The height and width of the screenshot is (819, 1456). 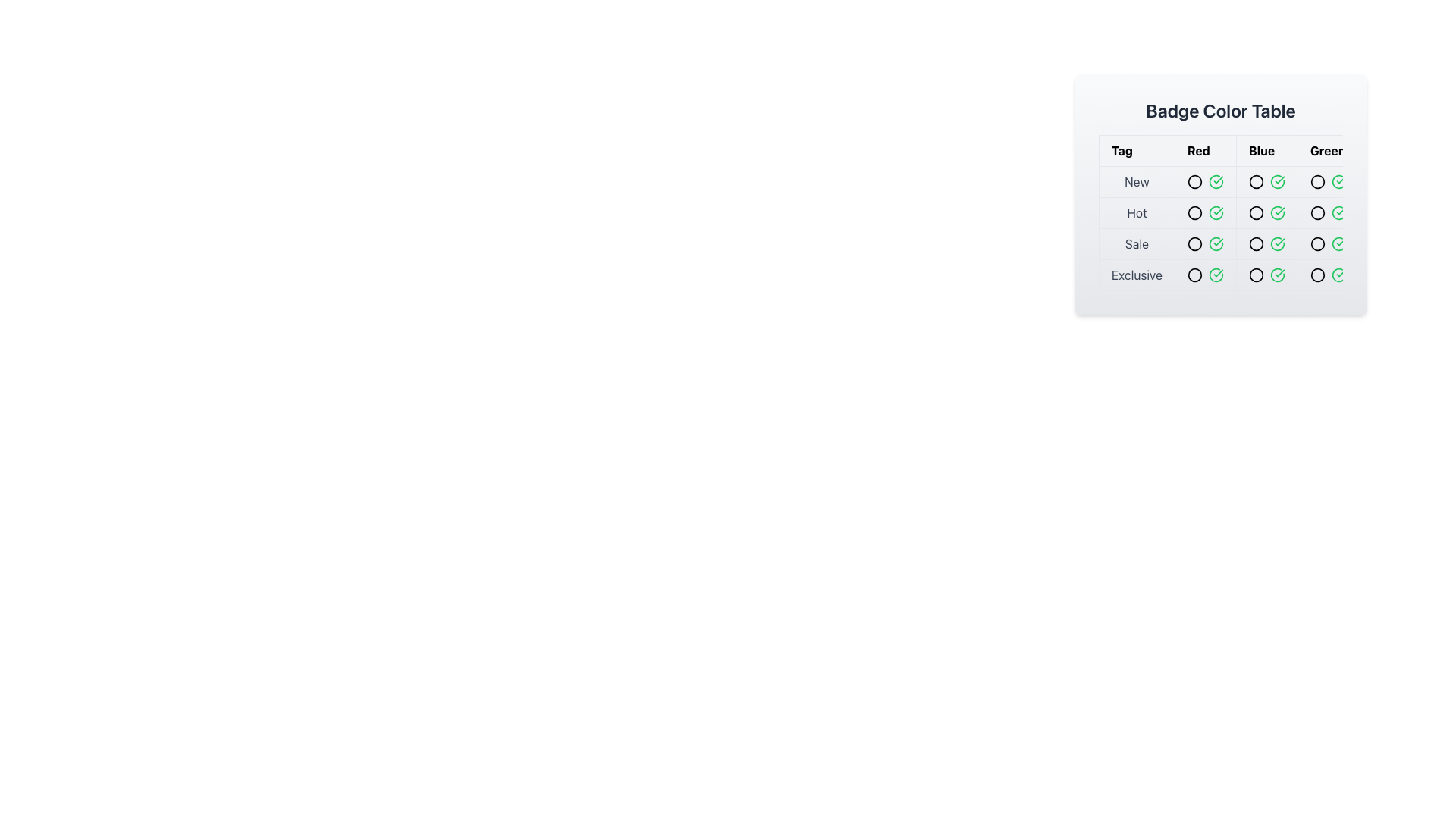 I want to click on the circular icon with a stroke outline located in the 'Blue' column of the 'New' row in the 'Badge Color Table.', so click(x=1256, y=180).